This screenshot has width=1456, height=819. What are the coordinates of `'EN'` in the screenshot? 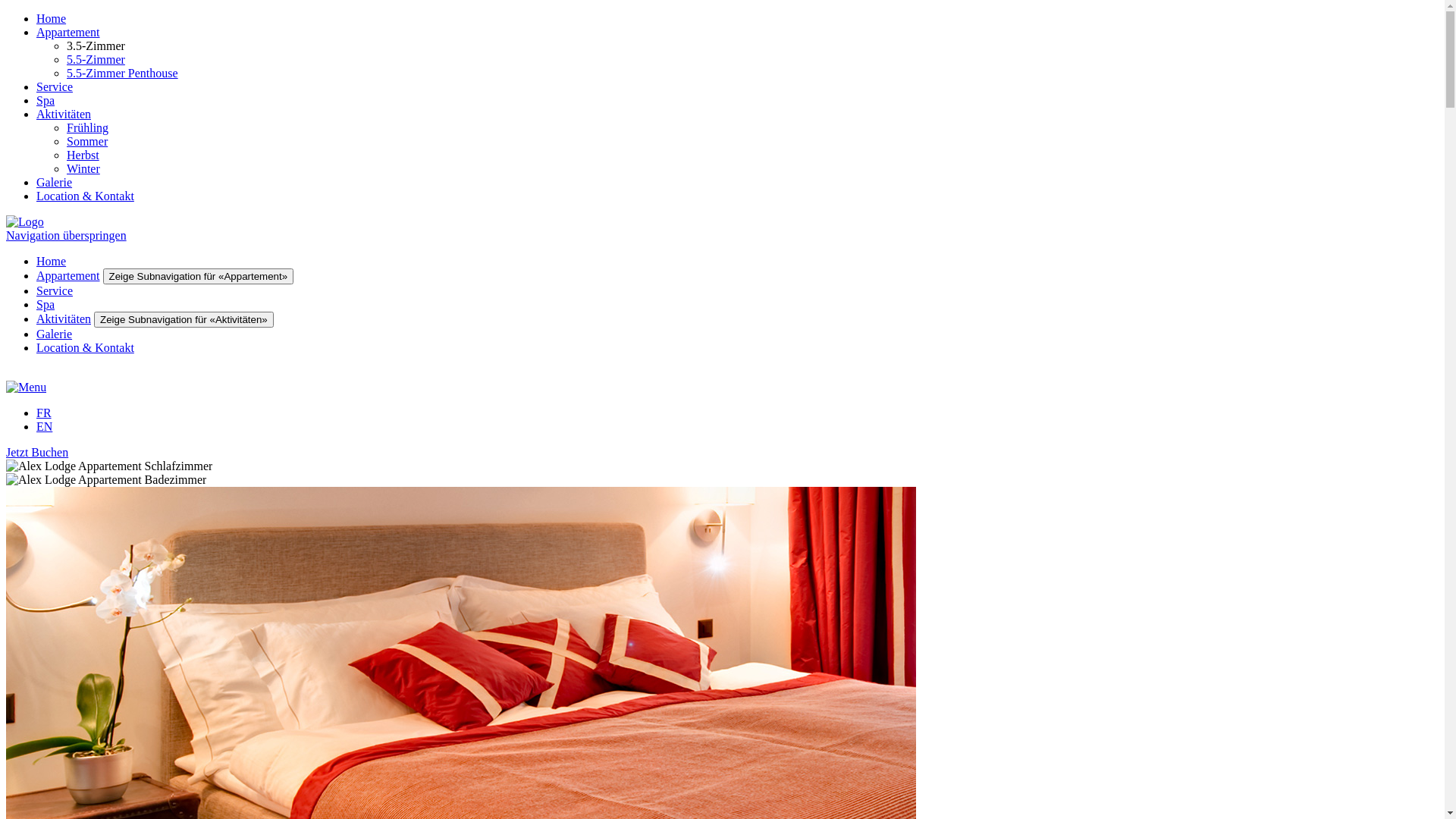 It's located at (44, 426).